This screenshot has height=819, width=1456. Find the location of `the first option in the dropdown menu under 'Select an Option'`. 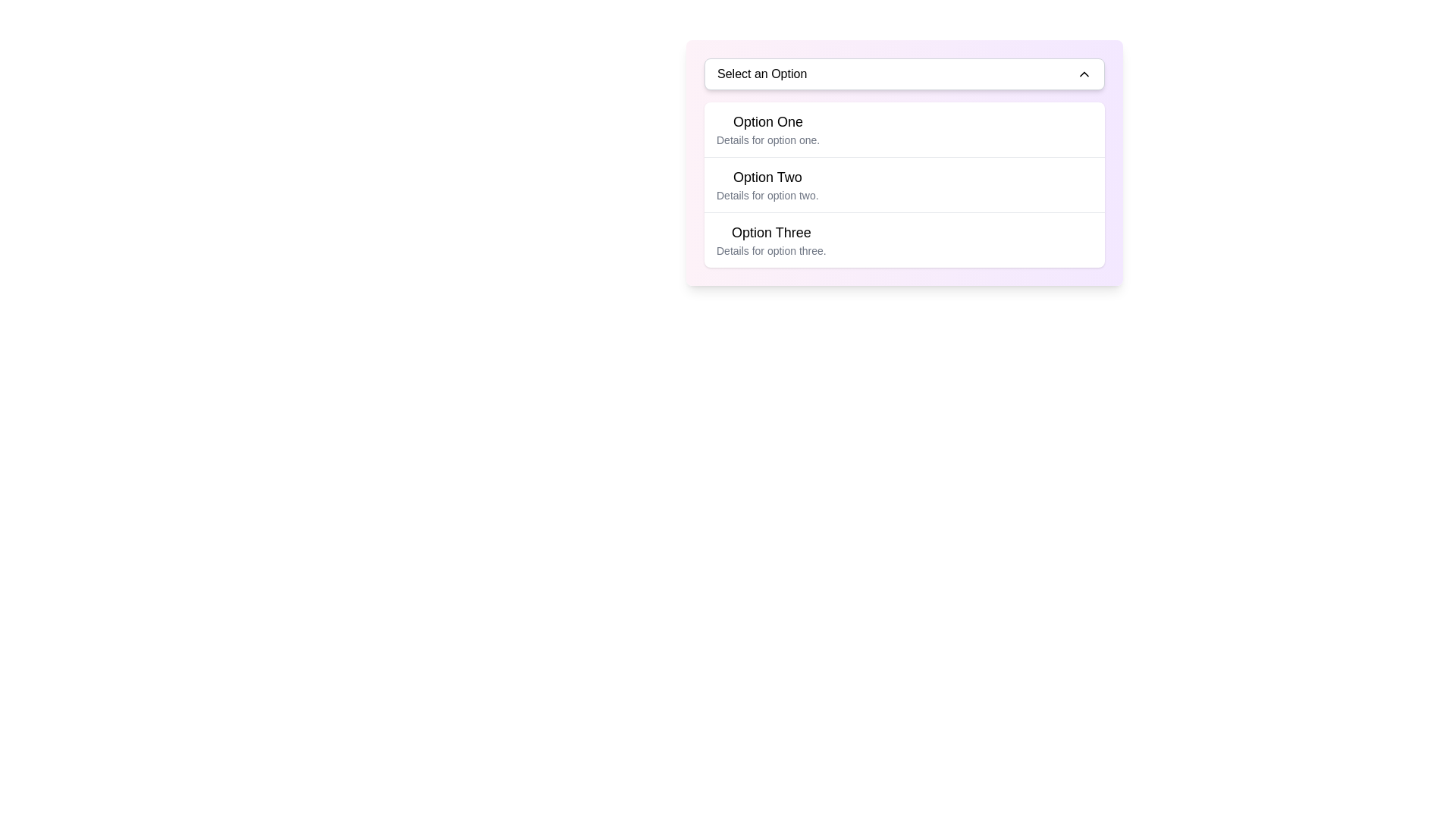

the first option in the dropdown menu under 'Select an Option' is located at coordinates (768, 128).